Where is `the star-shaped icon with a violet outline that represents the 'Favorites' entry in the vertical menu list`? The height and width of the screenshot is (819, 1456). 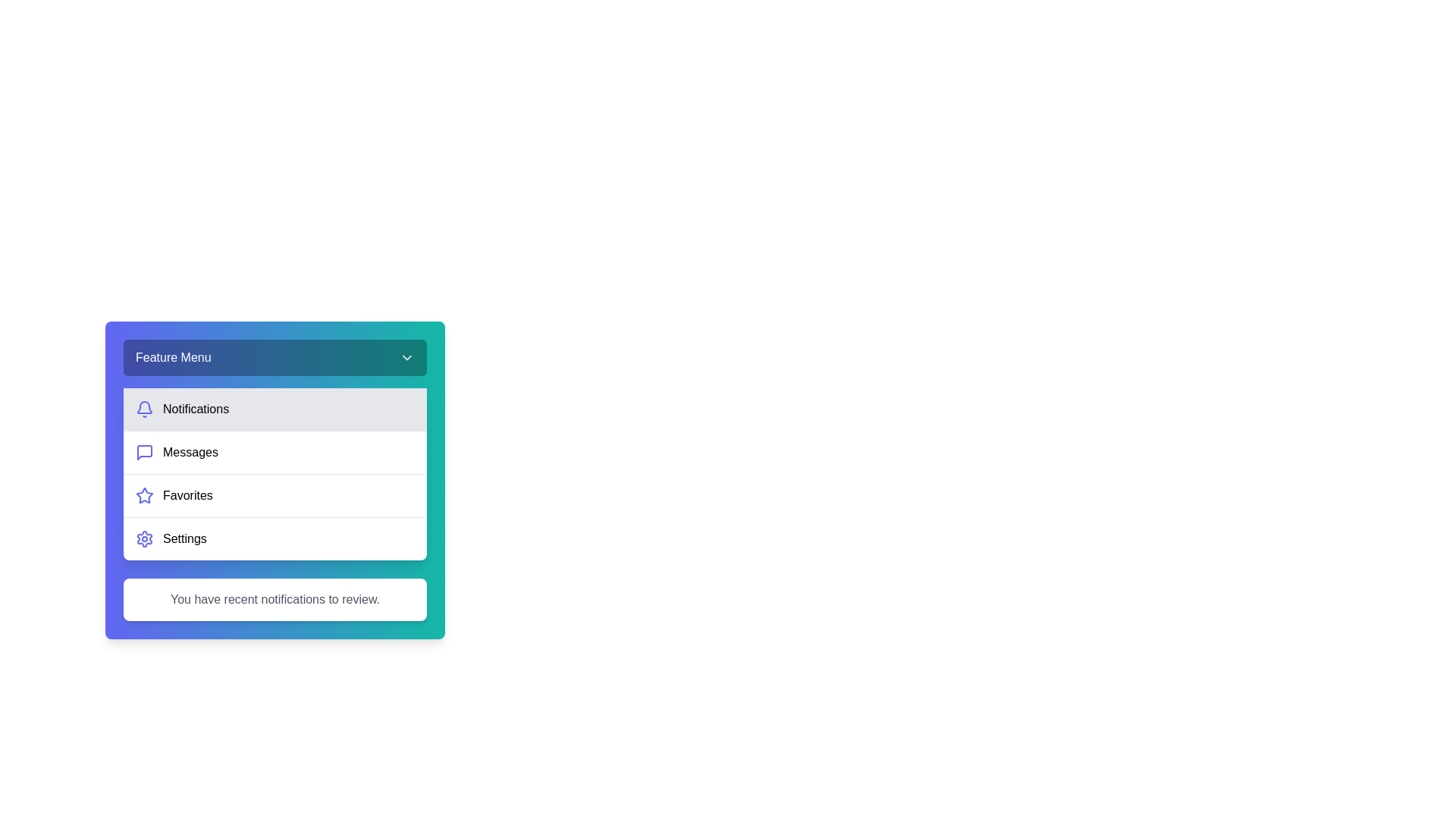 the star-shaped icon with a violet outline that represents the 'Favorites' entry in the vertical menu list is located at coordinates (145, 495).